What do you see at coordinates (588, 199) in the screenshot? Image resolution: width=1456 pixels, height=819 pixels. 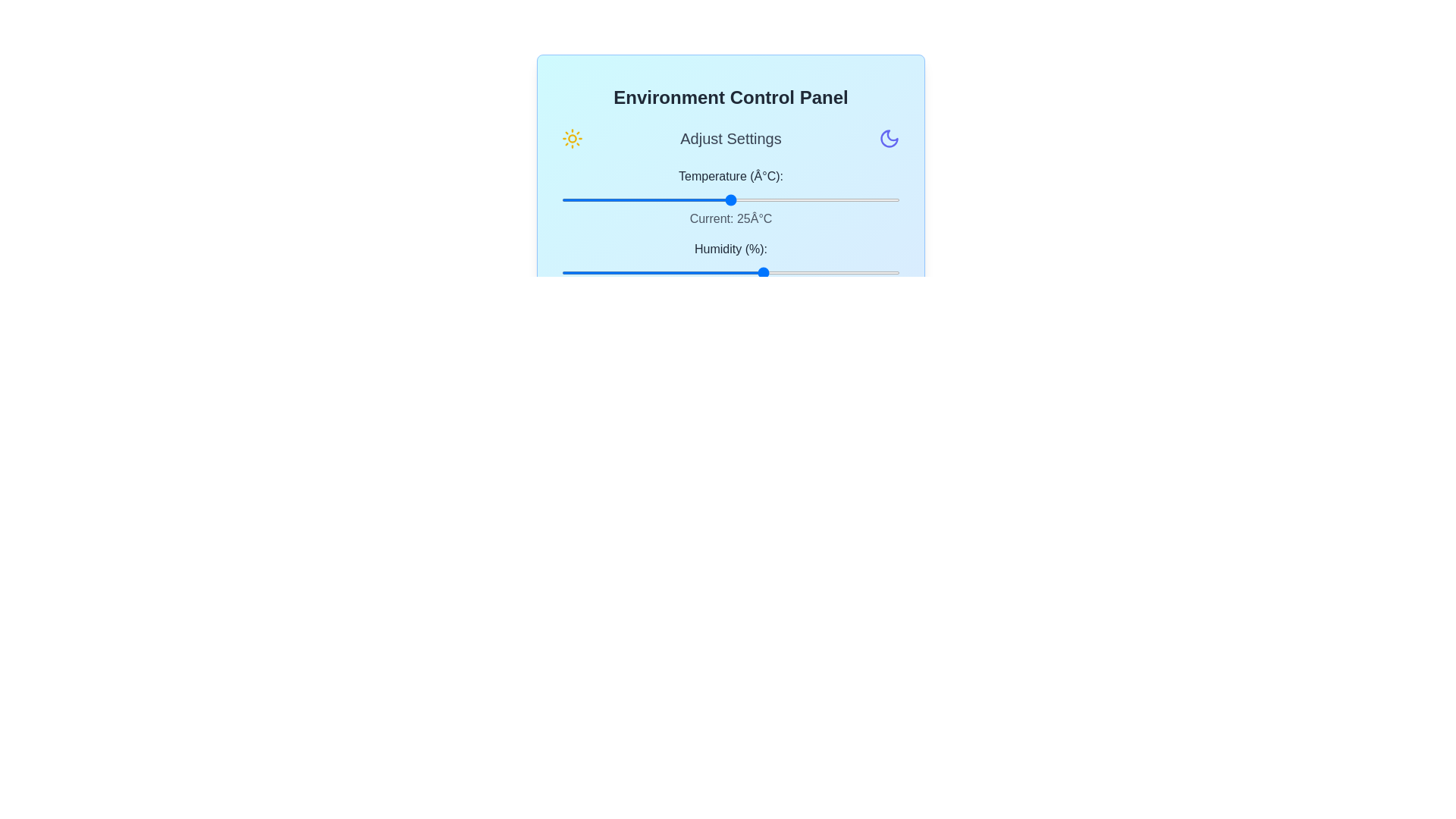 I see `the temperature slider to set the temperature to 4°C` at bounding box center [588, 199].